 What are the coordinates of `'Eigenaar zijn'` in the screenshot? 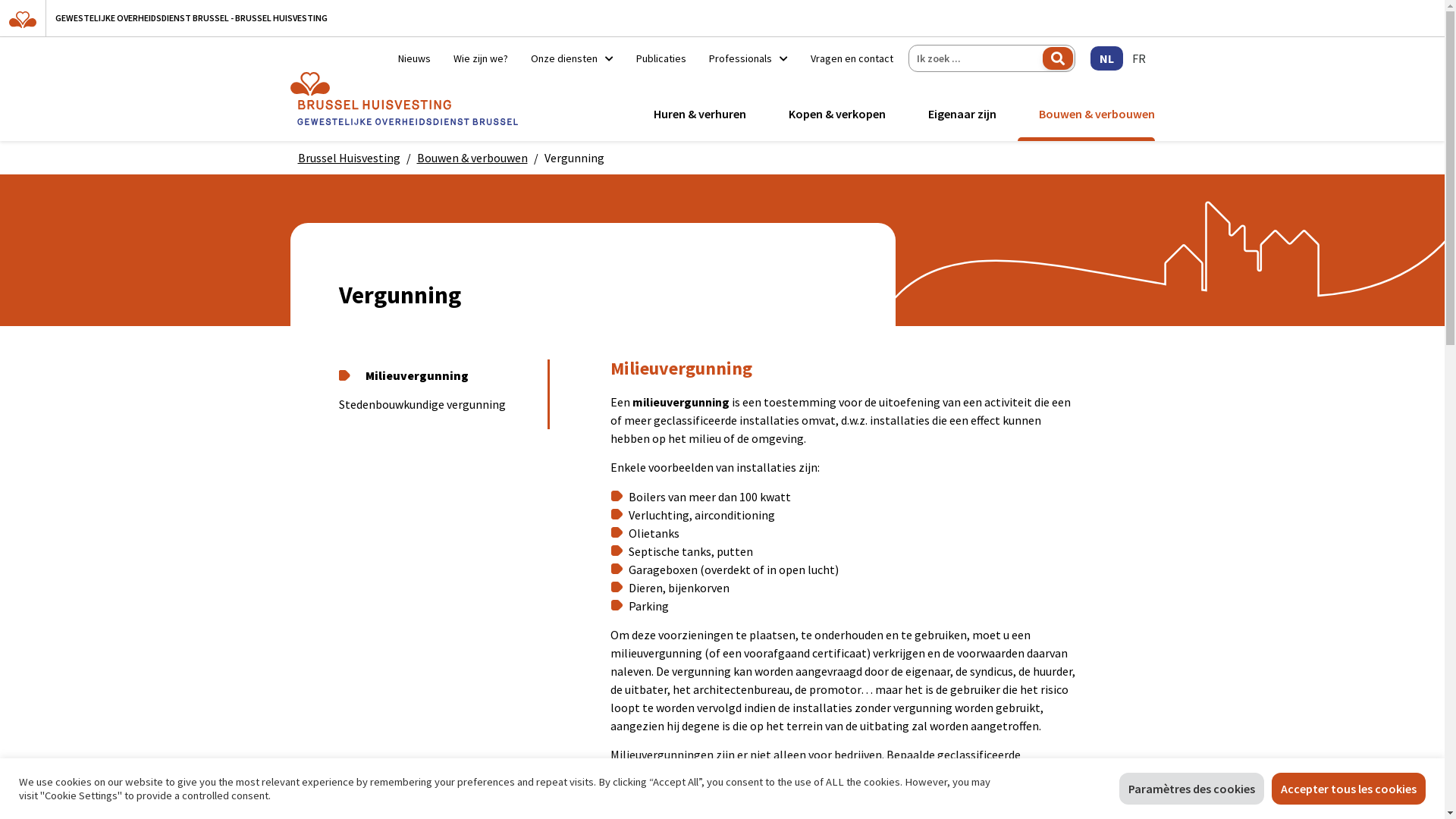 It's located at (961, 113).